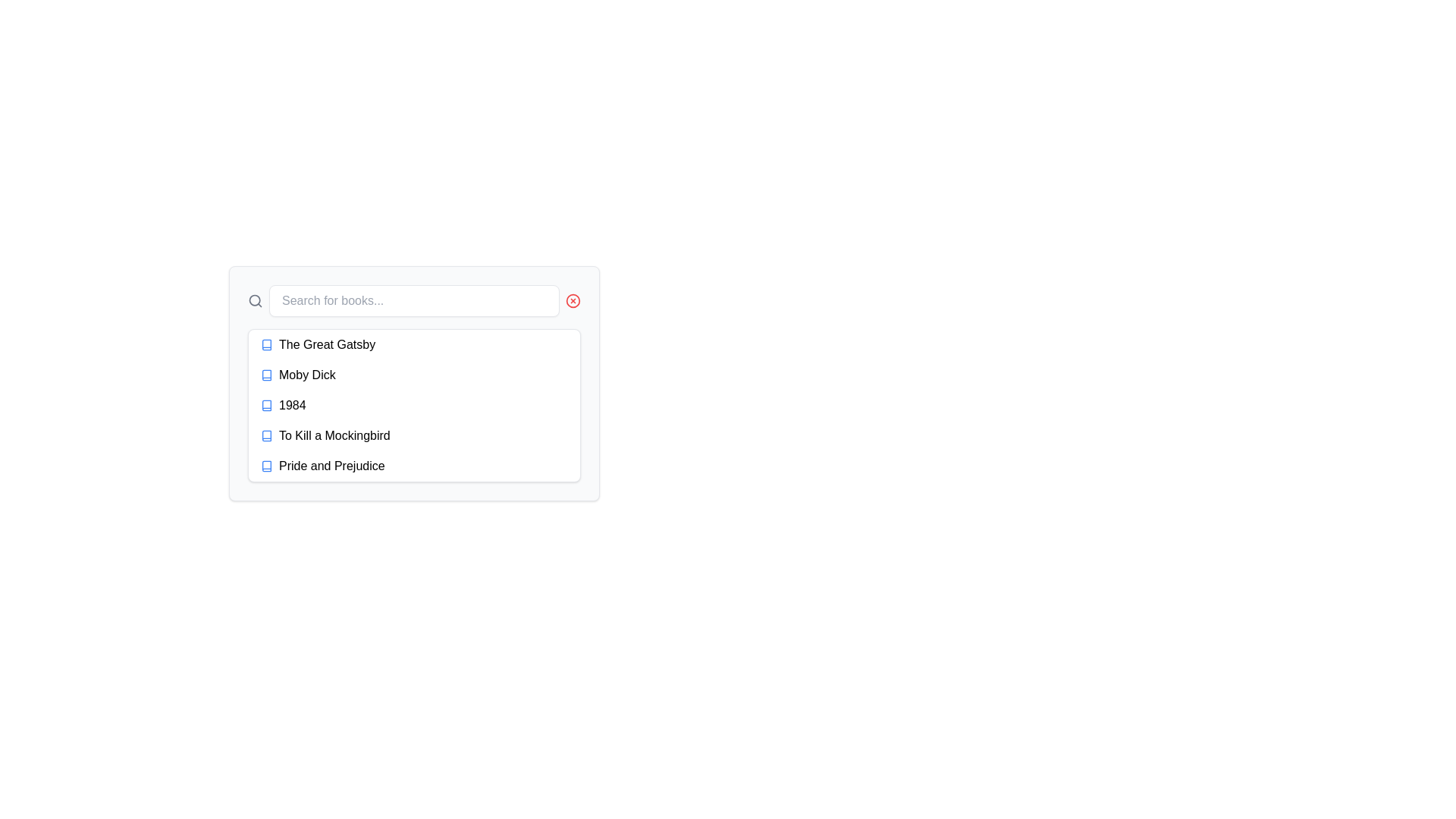  What do you see at coordinates (255, 301) in the screenshot?
I see `the magnifying glass icon representing the search functionality, located to the left of the search input field` at bounding box center [255, 301].